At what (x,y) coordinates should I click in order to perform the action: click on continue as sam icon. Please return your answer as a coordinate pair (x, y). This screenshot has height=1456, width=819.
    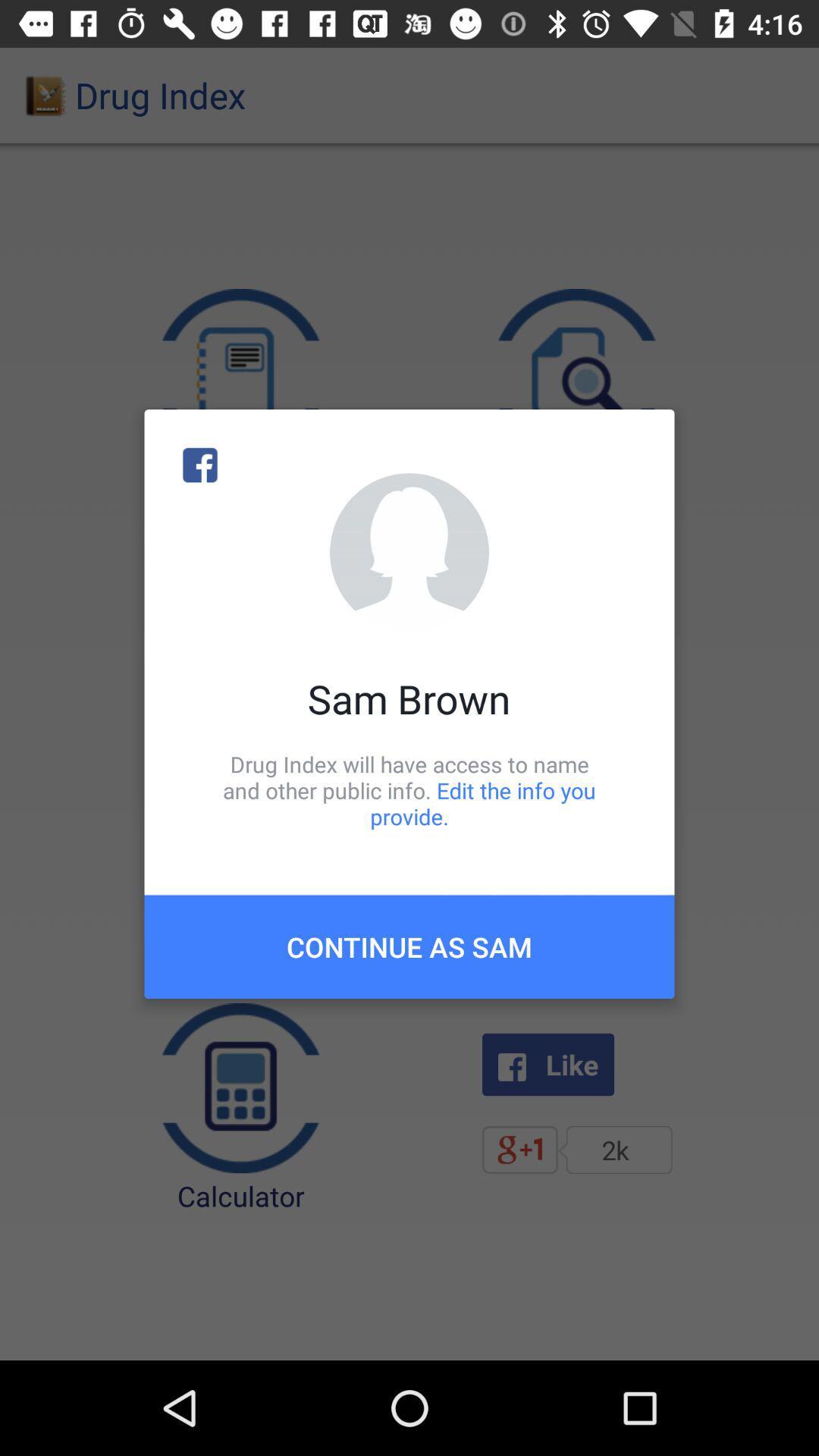
    Looking at the image, I should click on (409, 946).